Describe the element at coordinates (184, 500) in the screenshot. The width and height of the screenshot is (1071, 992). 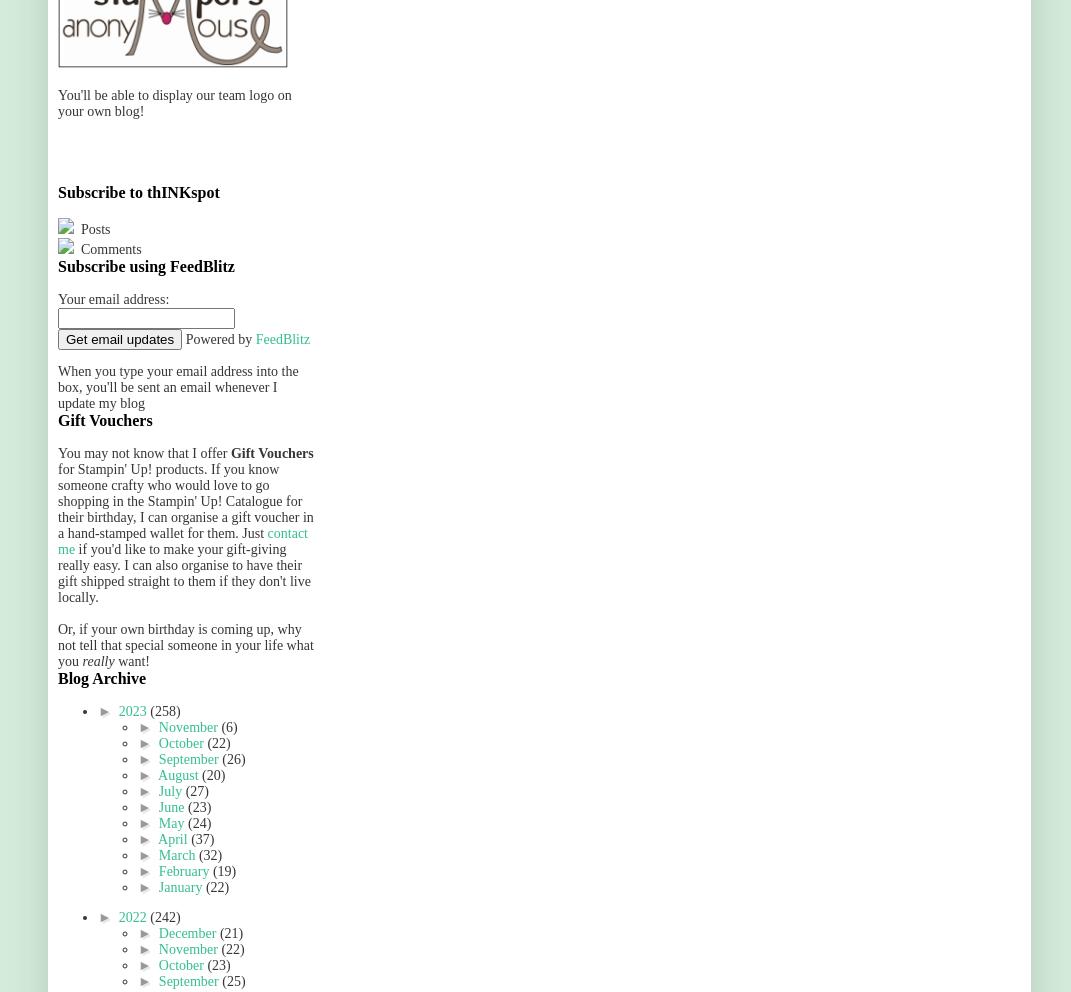
I see `'for Stampin' Up! products. If you know someone crafty who would love to go shopping in the Stampin' Up! Catalogue for their birthday, I can organise a gift voucher in a hand-stamped wallet for them. Just'` at that location.